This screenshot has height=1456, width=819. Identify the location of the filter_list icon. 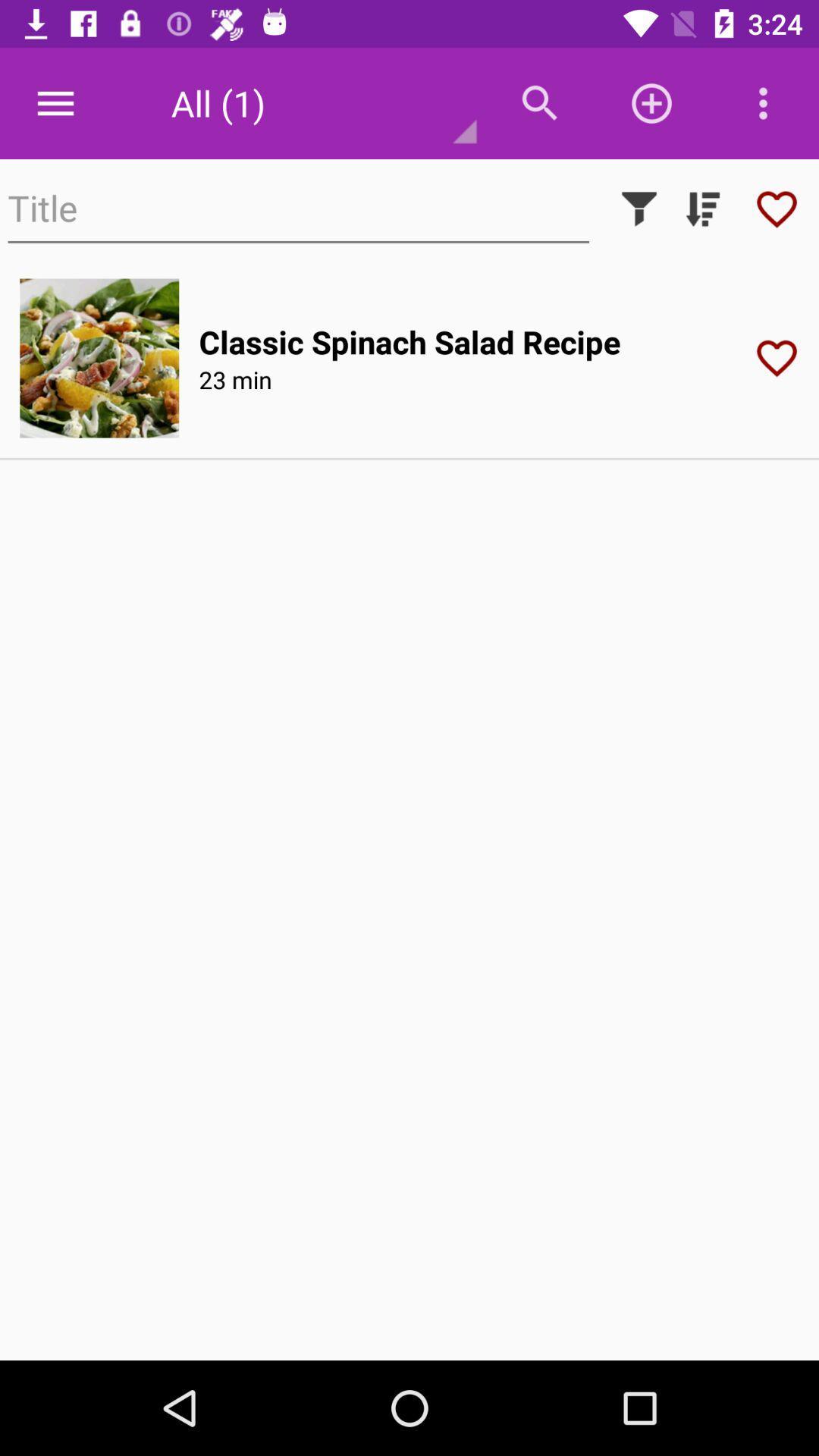
(702, 208).